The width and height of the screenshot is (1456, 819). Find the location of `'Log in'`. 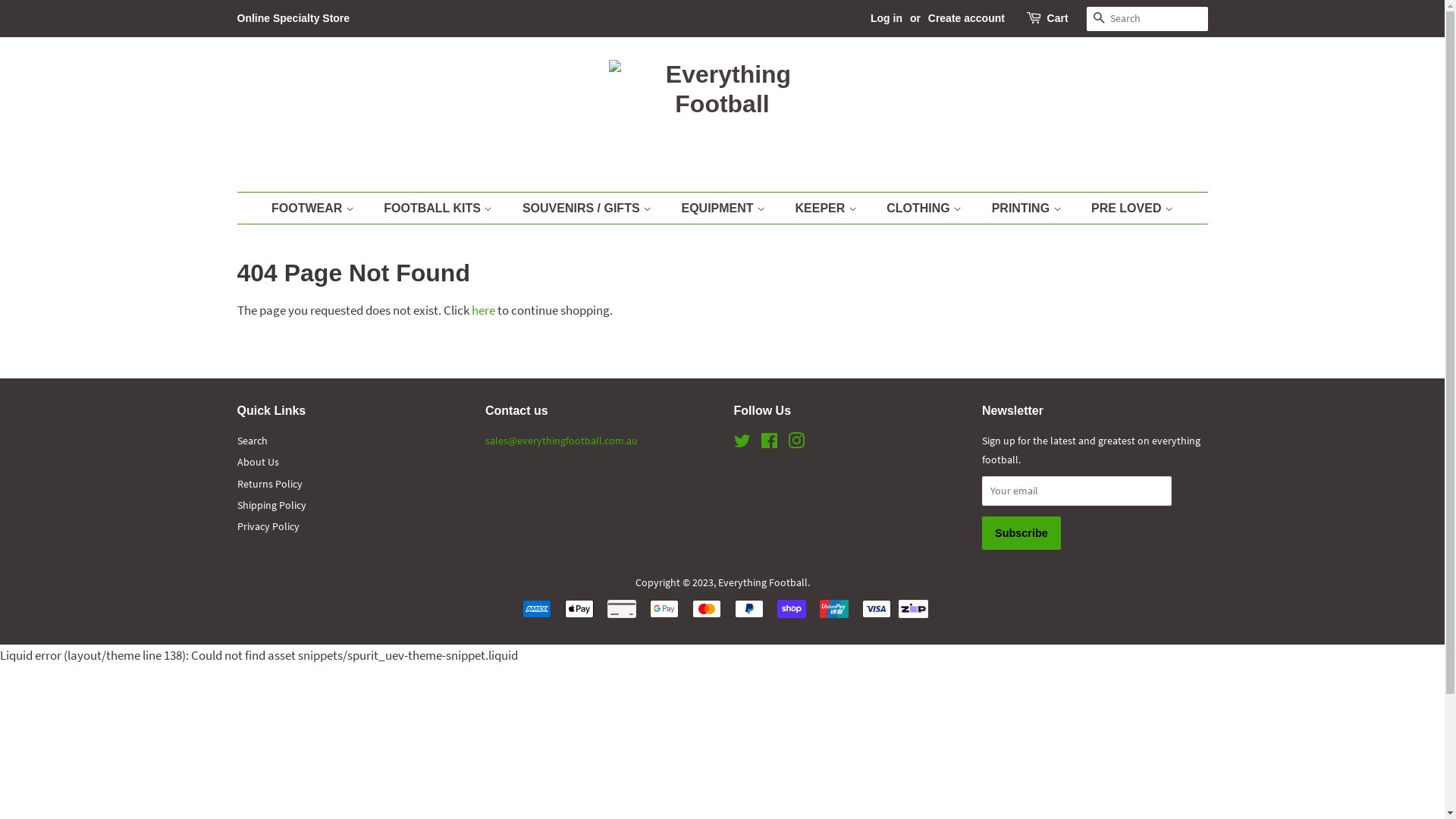

'Log in' is located at coordinates (870, 17).